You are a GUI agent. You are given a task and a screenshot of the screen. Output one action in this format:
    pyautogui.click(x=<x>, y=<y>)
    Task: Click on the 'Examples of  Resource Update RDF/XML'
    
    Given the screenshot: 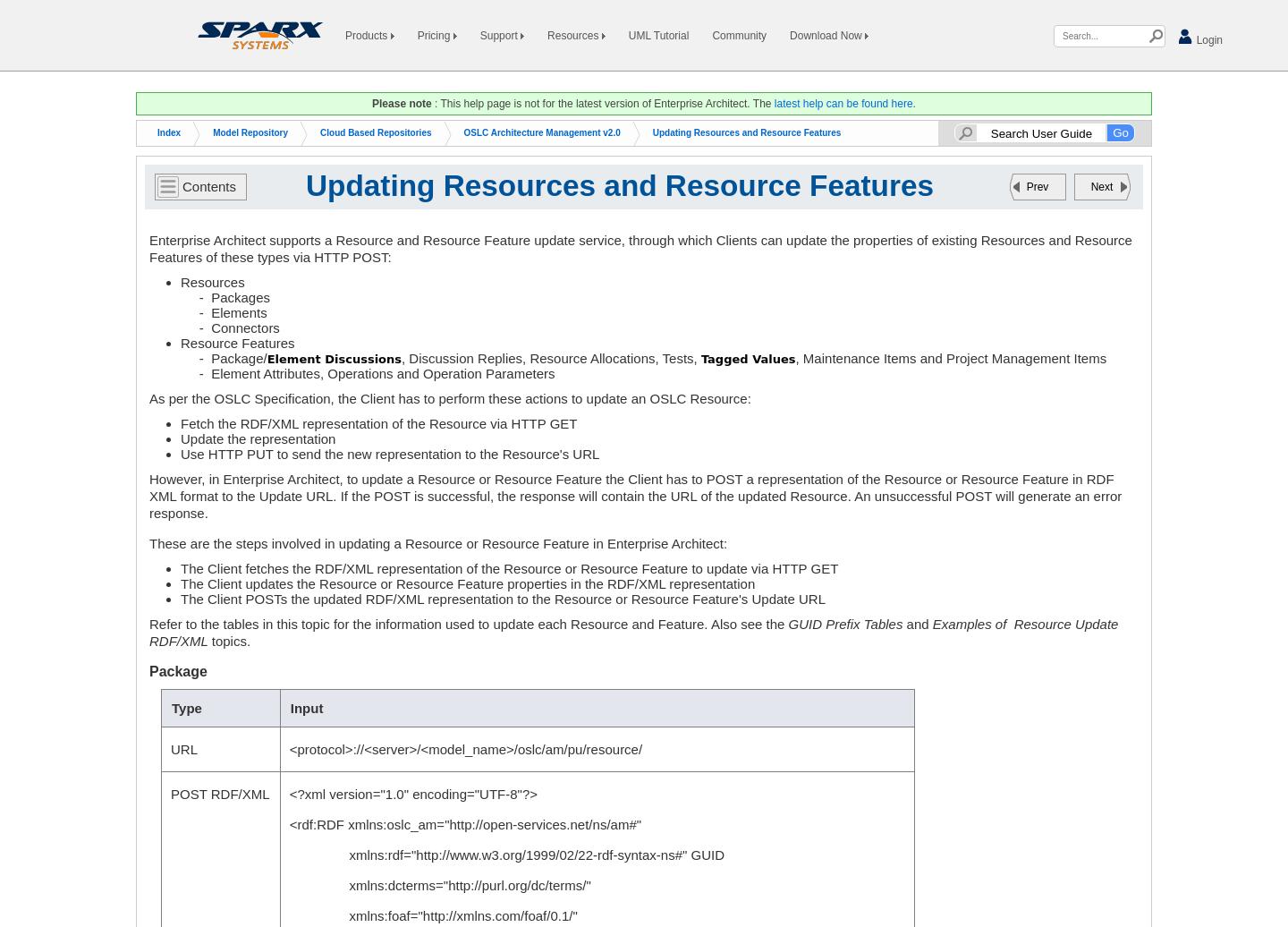 What is the action you would take?
    pyautogui.click(x=633, y=632)
    